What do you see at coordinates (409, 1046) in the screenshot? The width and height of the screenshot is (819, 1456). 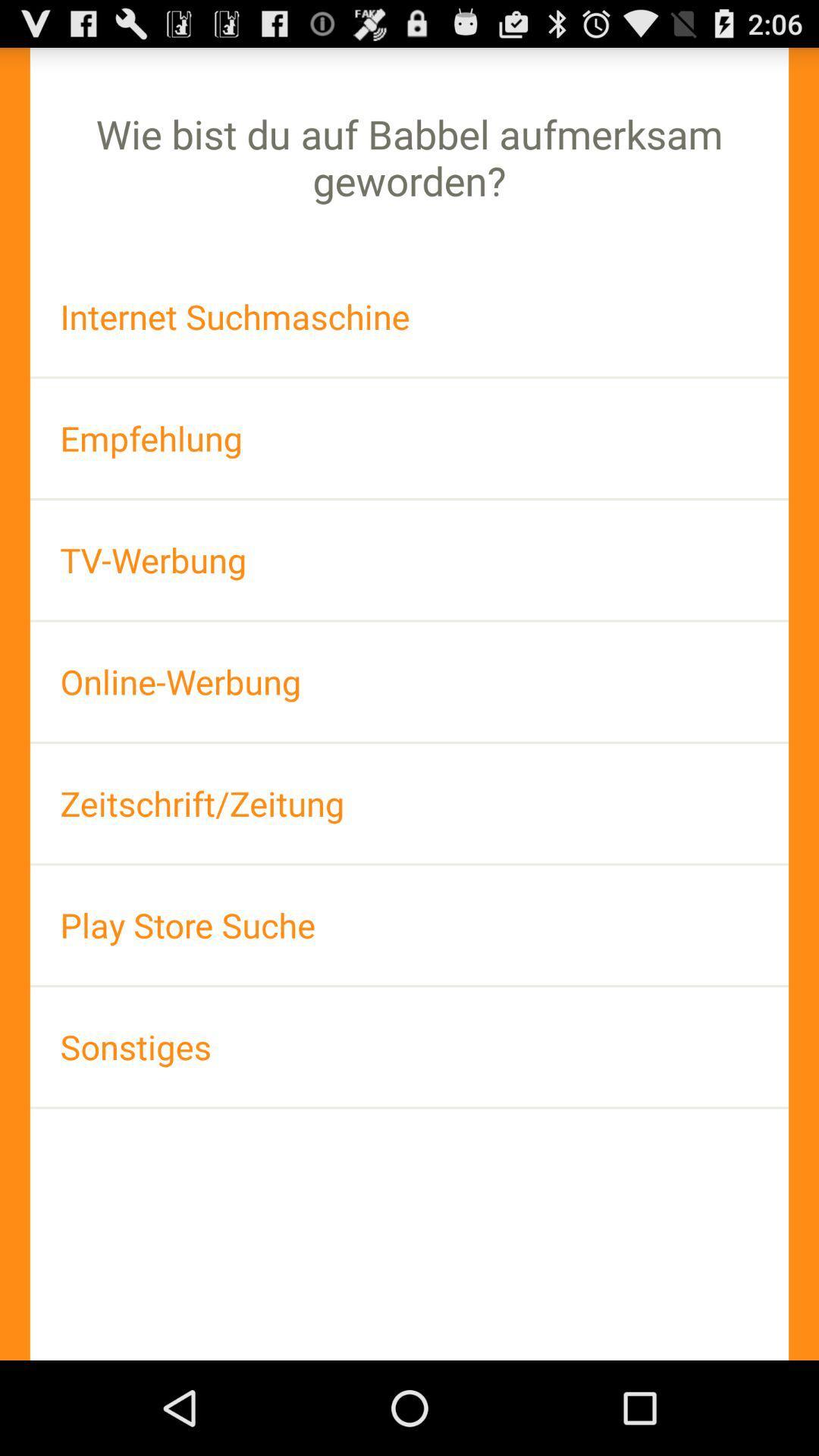 I see `sonstiges icon` at bounding box center [409, 1046].